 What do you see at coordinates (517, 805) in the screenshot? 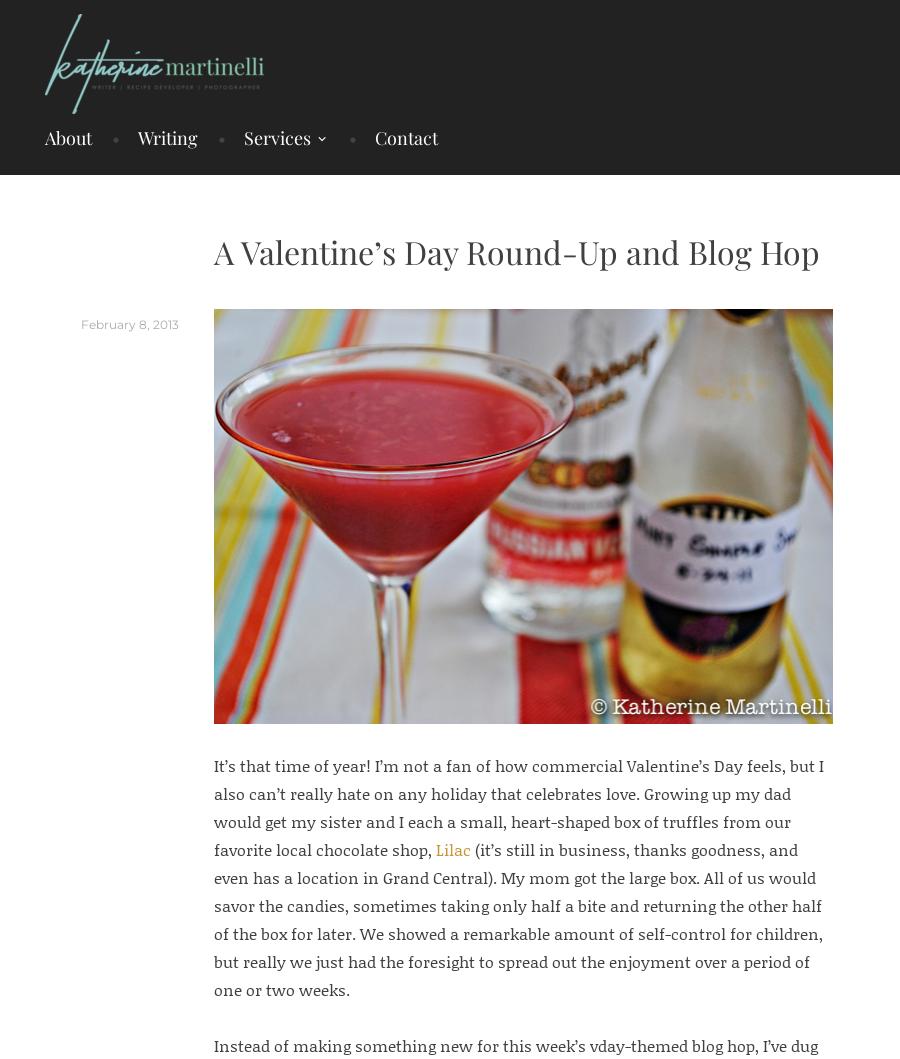
I see `'It’s that time of year! I’m not a fan of how commercial Valentine’s Day feels, but I also can’t really hate on any holiday that celebrates love. Growing up my dad would get my sister and I each a small, heart-shaped box of truffles from our favorite local chocolate shop,'` at bounding box center [517, 805].